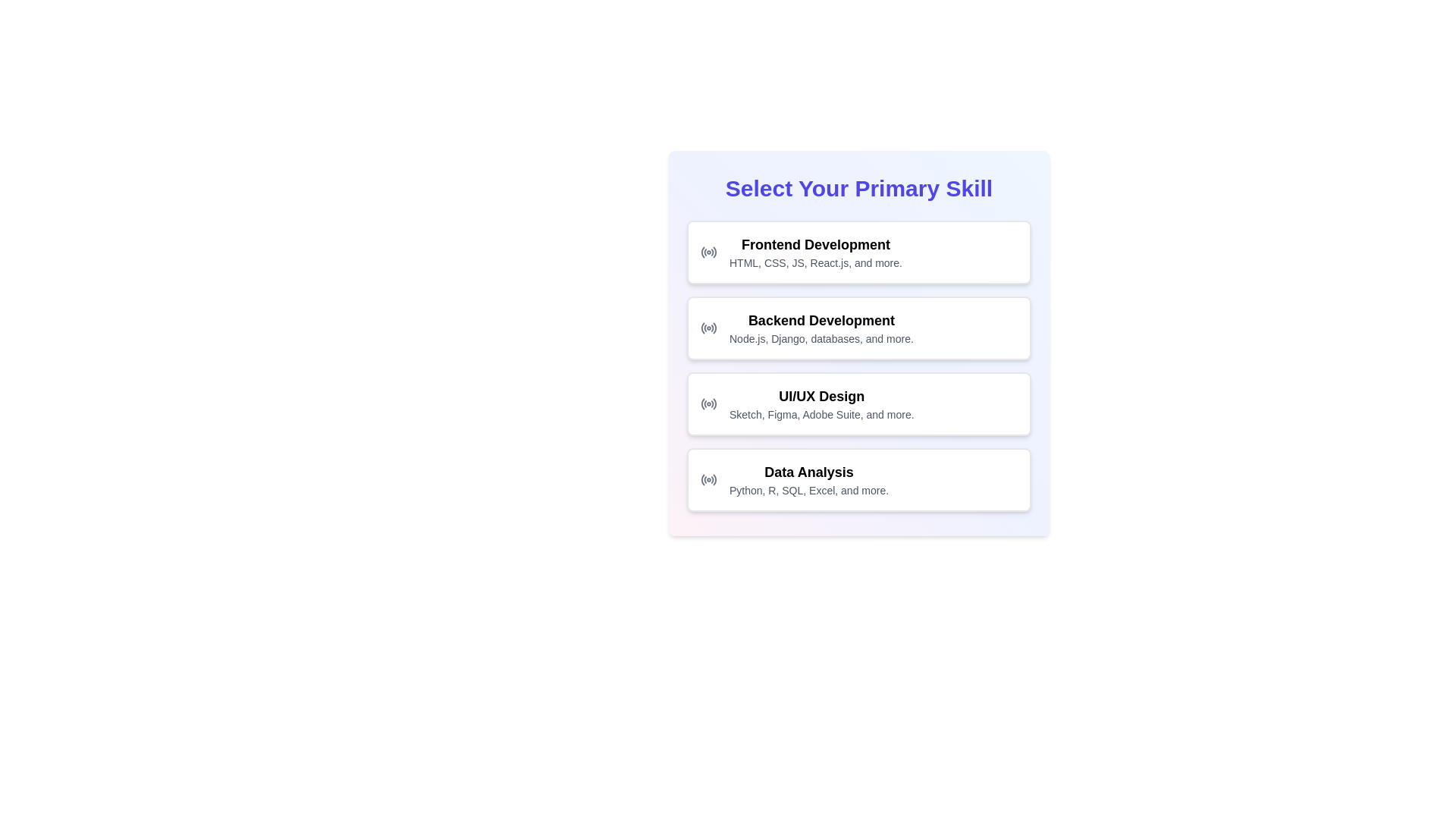 The image size is (1456, 819). What do you see at coordinates (708, 327) in the screenshot?
I see `the circular icon styled with concentric curves and a center dot, located to the left of the text 'Backend Development'` at bounding box center [708, 327].